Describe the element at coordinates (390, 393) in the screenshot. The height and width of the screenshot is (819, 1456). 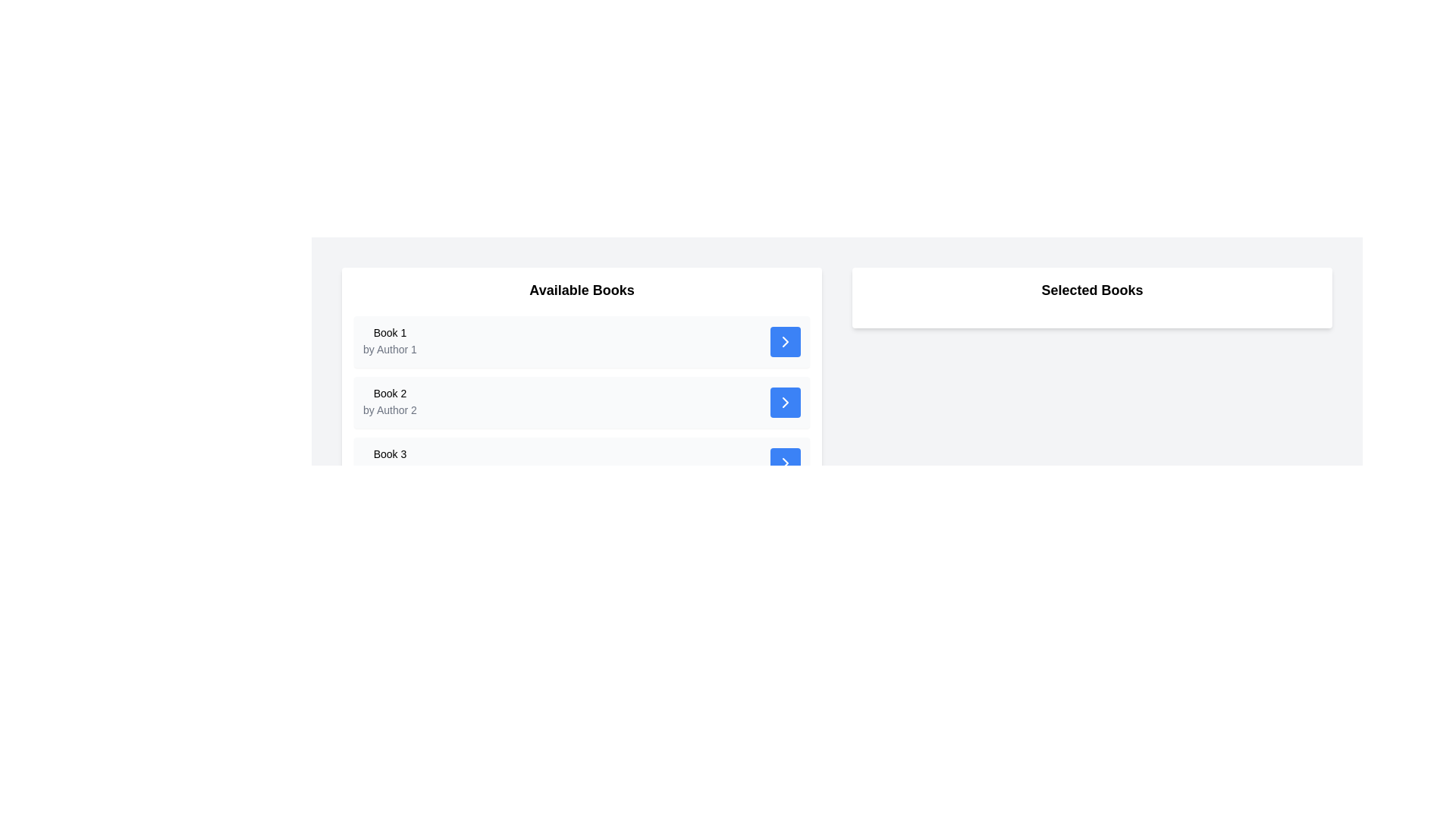
I see `the text label displaying 'Book 2', which is part of the 'Available Books' section` at that location.